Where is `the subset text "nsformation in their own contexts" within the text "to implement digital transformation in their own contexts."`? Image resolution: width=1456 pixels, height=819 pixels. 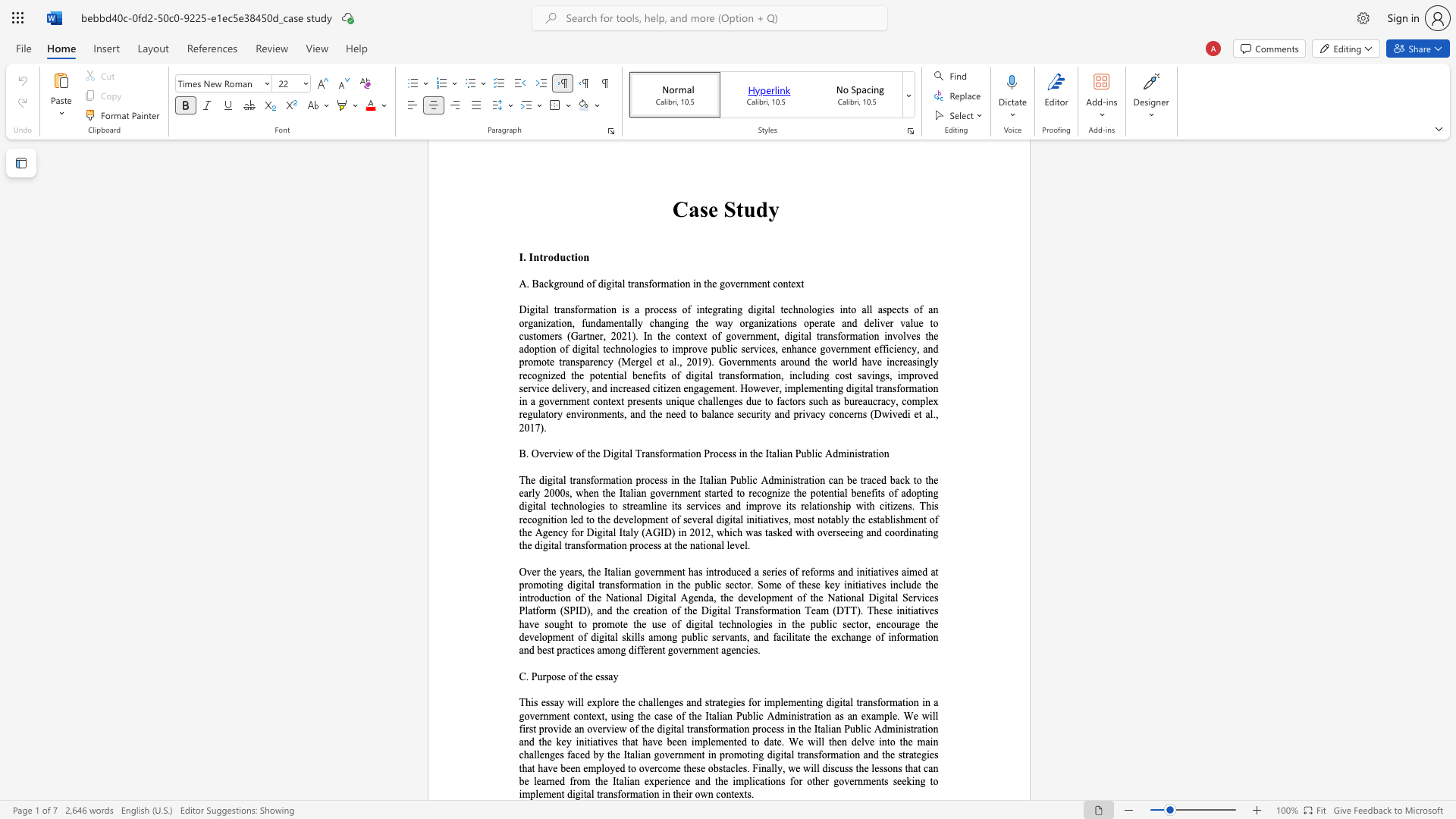 the subset text "nsformation in their own contexts" within the text "to implement digital transformation in their own contexts." is located at coordinates (607, 793).